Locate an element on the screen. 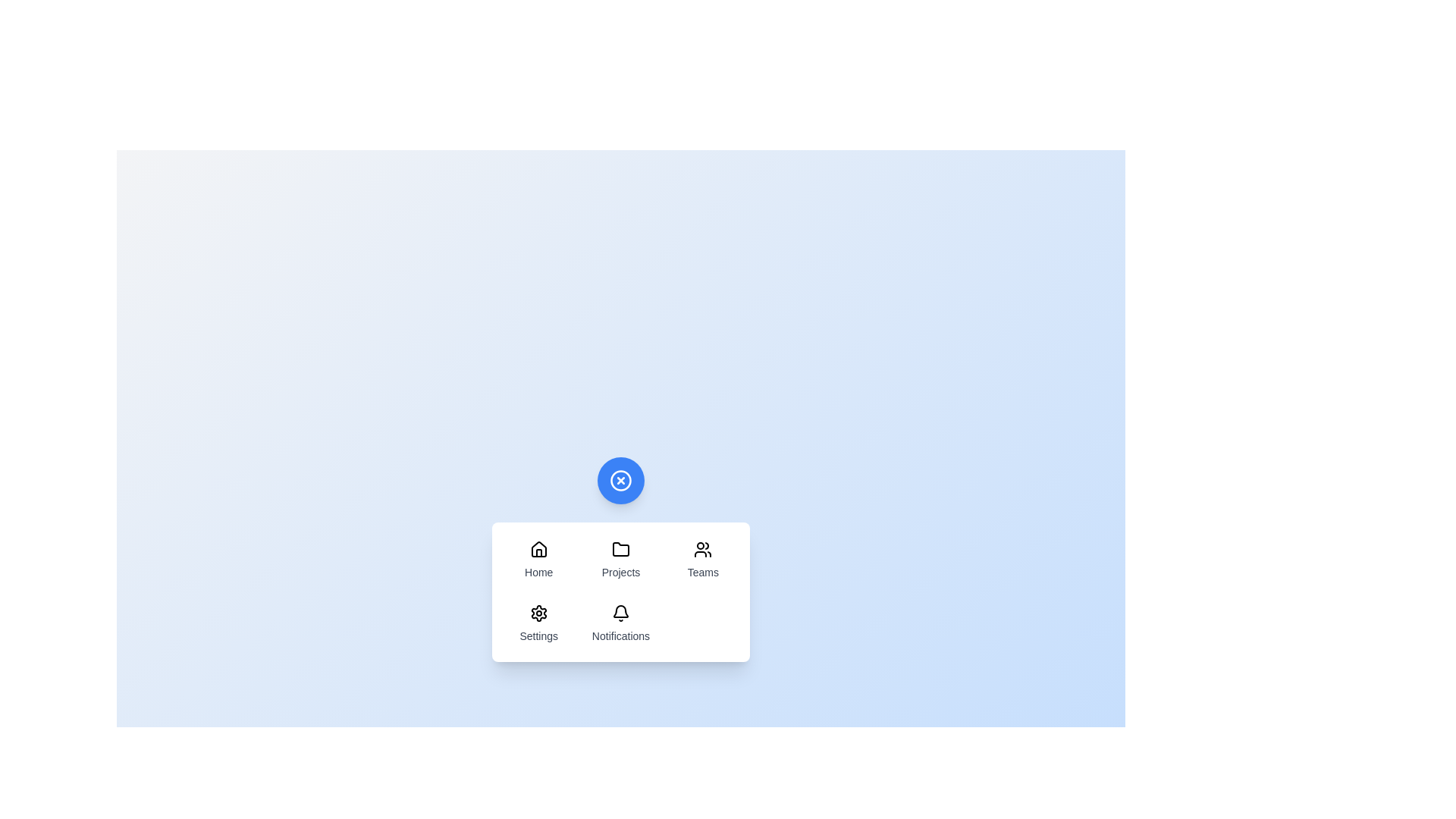 The width and height of the screenshot is (1456, 819). the menu item labeled Teams is located at coordinates (702, 560).